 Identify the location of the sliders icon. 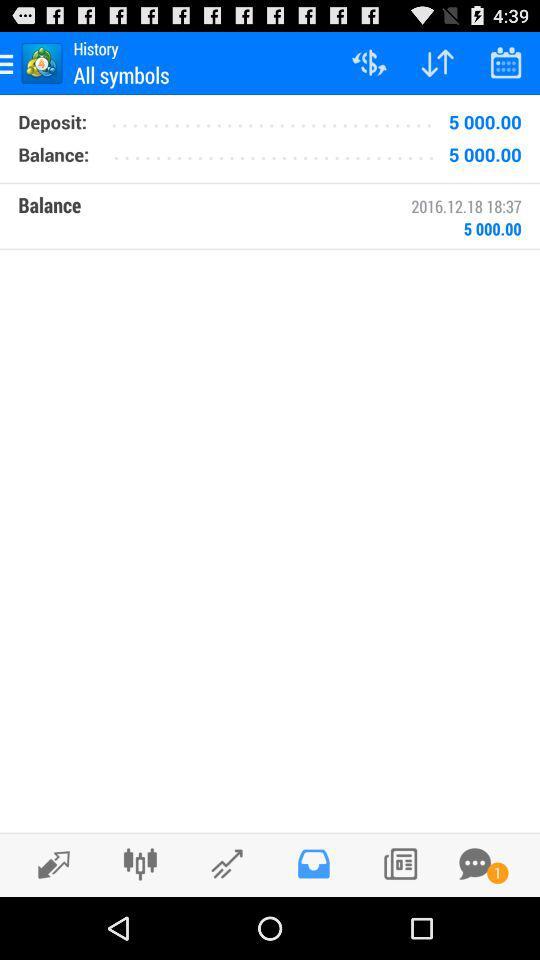
(139, 924).